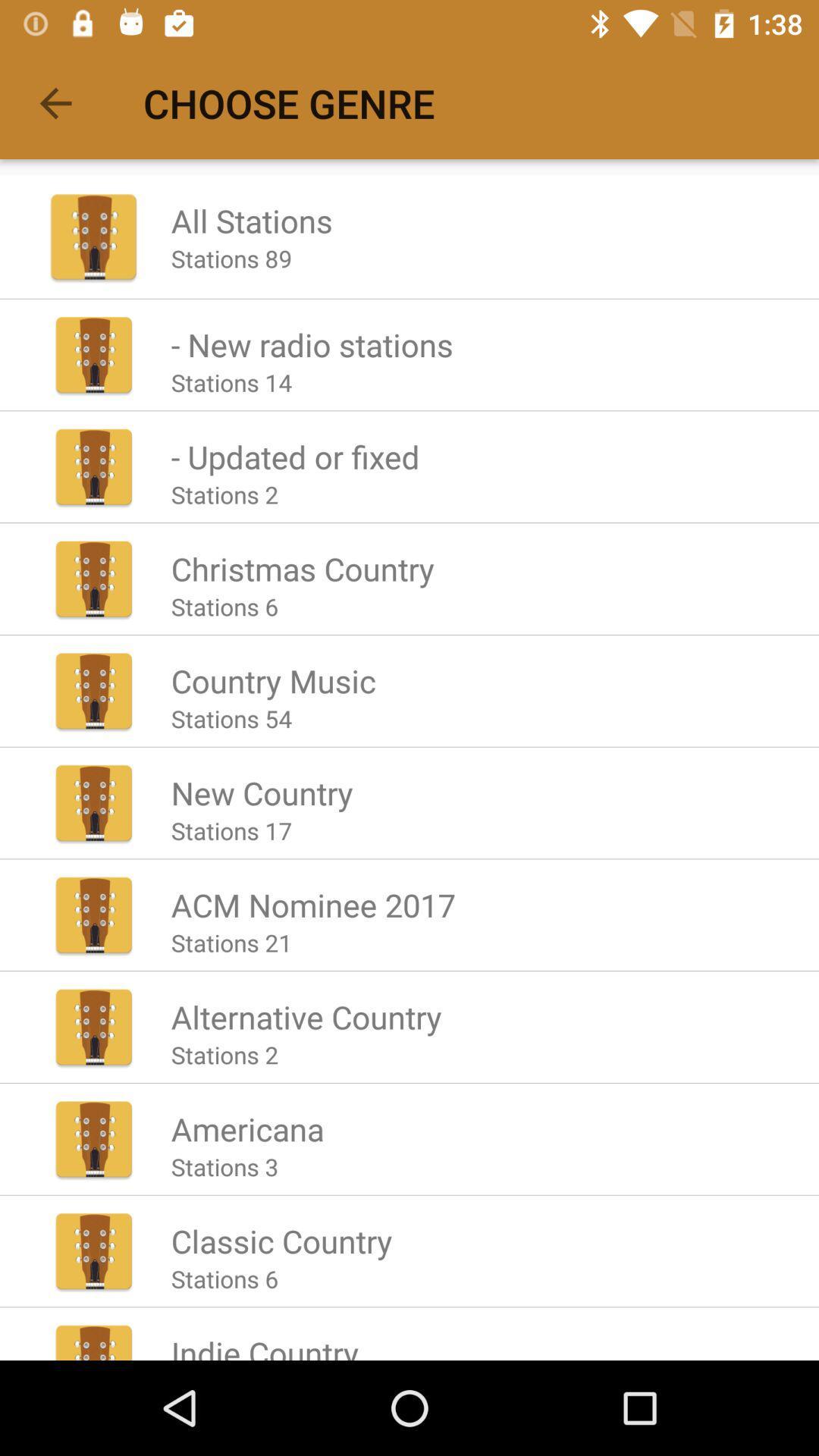 Image resolution: width=819 pixels, height=1456 pixels. I want to click on the stations 54 icon, so click(231, 717).